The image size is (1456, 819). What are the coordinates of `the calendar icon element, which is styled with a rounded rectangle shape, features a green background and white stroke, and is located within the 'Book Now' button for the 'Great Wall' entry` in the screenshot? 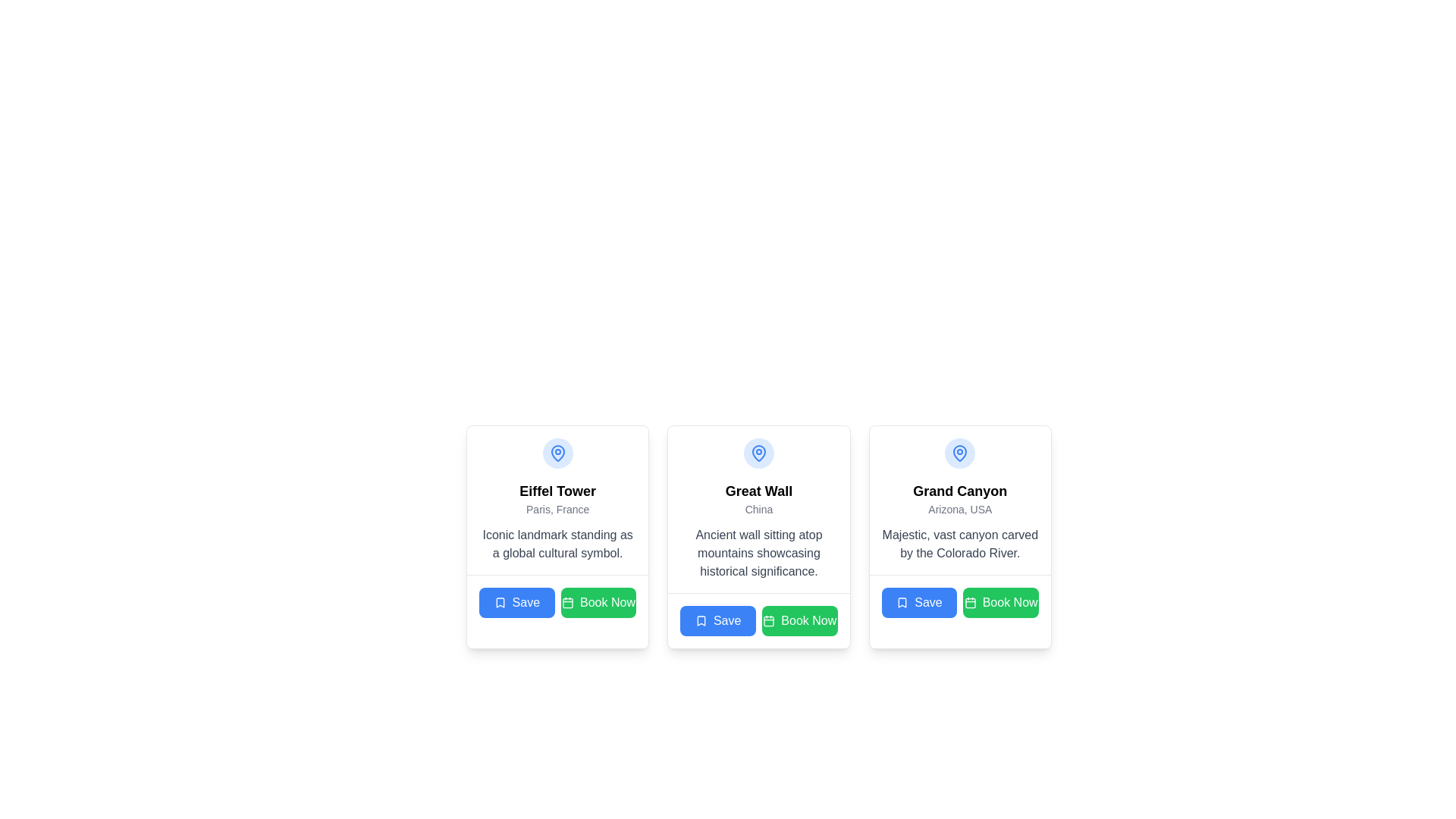 It's located at (769, 620).